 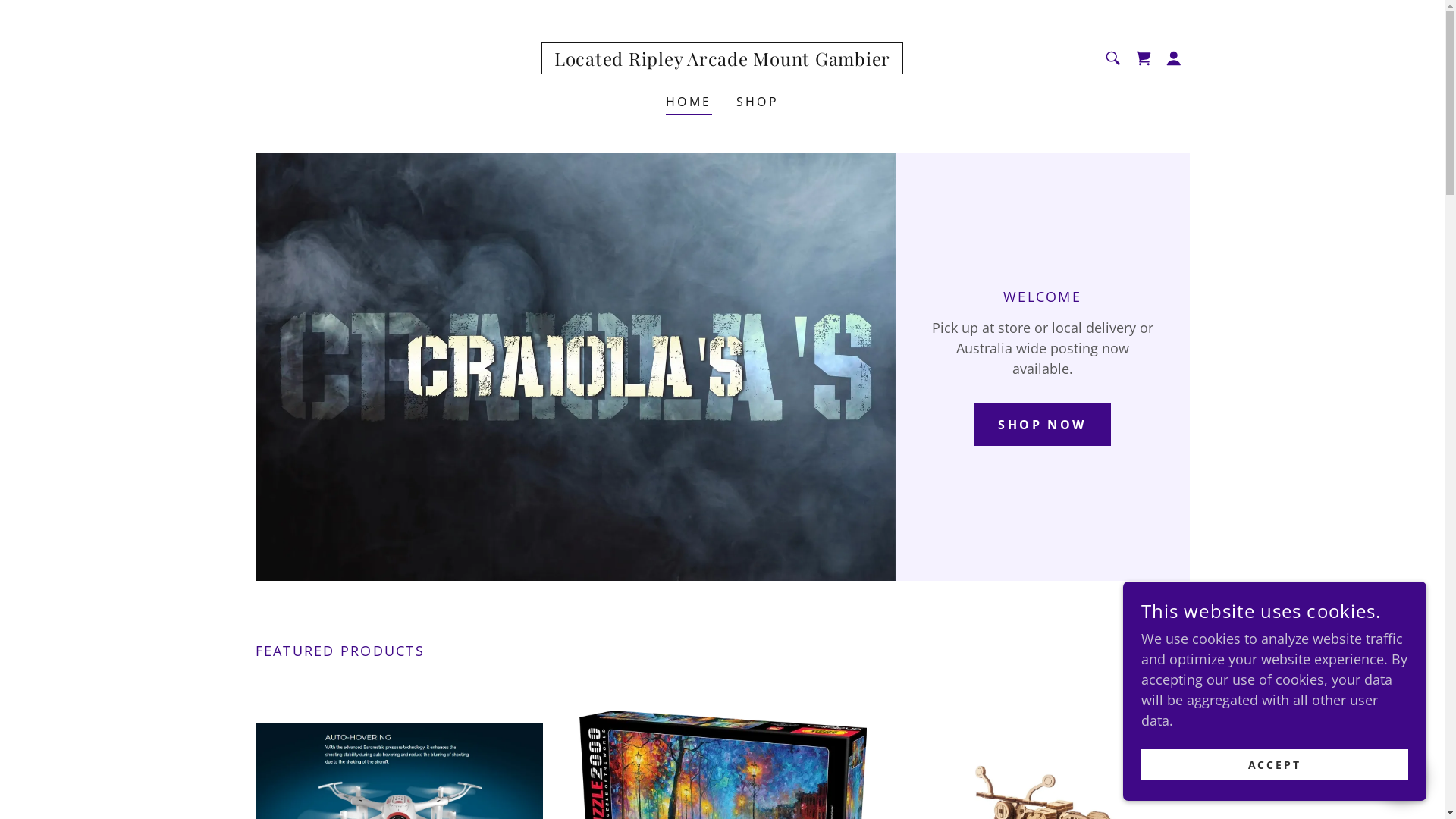 What do you see at coordinates (721, 60) in the screenshot?
I see `'Located Ripley Arcade Mount Gambier'` at bounding box center [721, 60].